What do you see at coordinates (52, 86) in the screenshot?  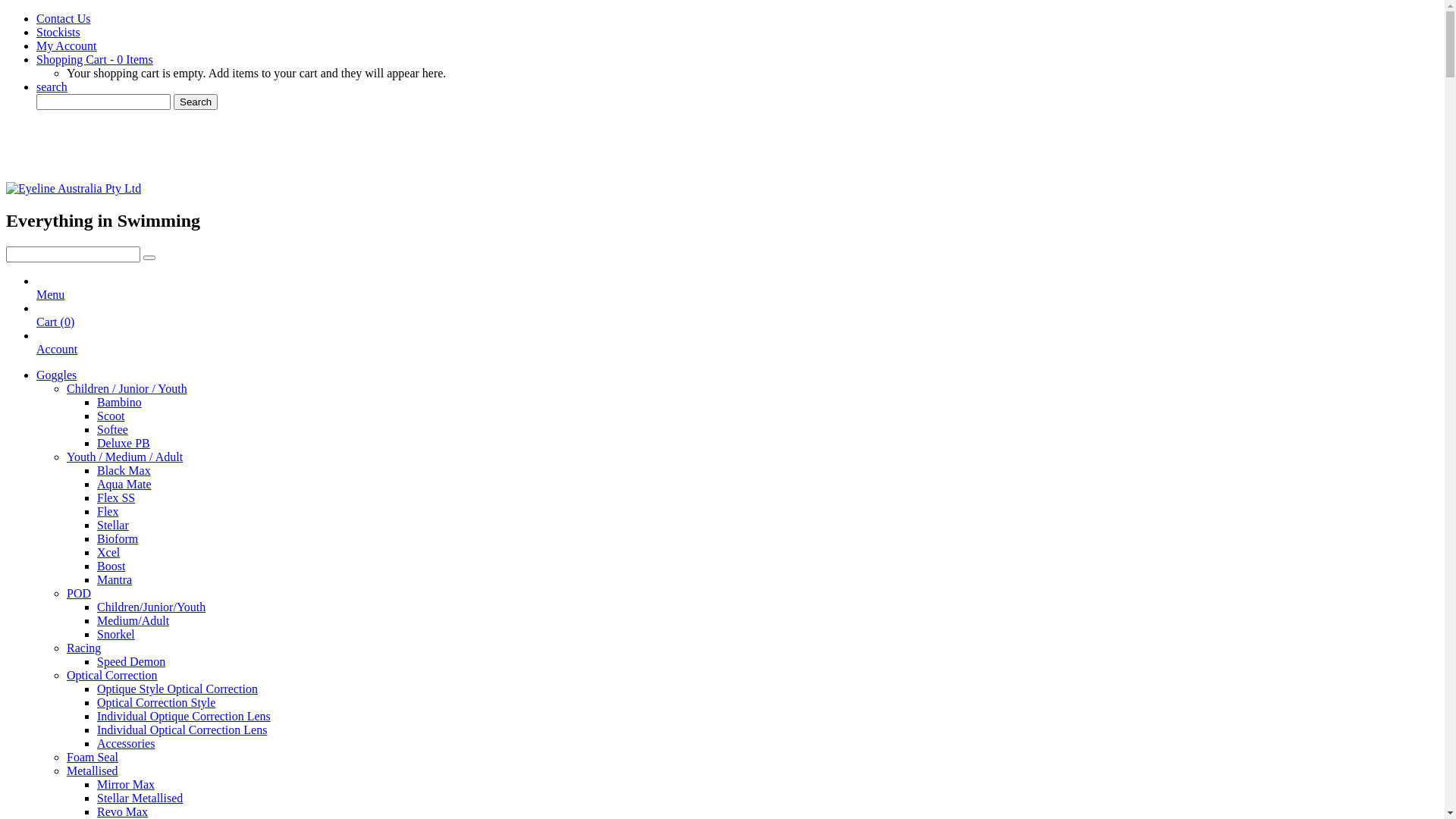 I see `'search'` at bounding box center [52, 86].